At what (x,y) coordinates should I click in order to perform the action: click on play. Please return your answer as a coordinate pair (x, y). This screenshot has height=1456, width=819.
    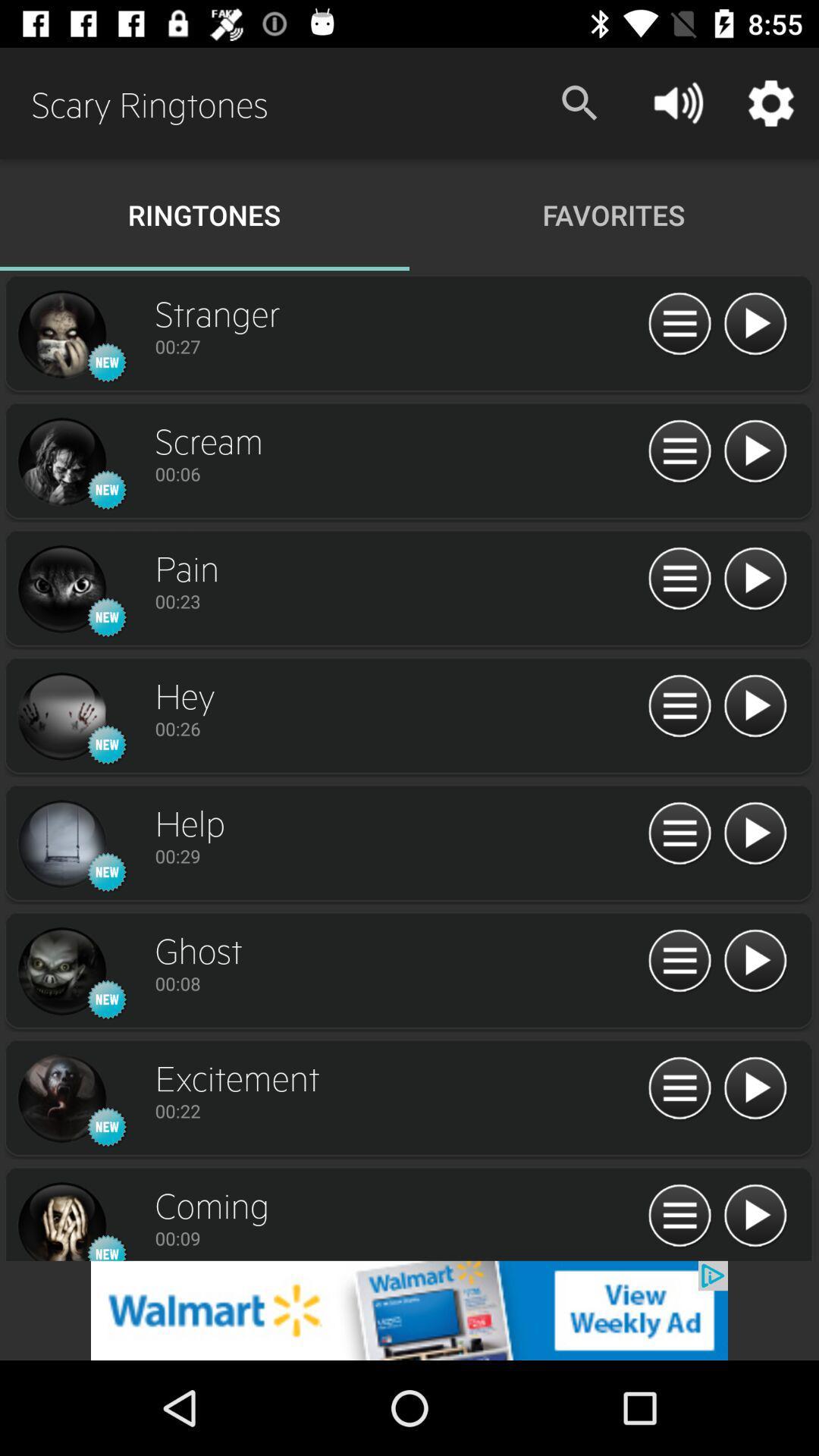
    Looking at the image, I should click on (755, 1088).